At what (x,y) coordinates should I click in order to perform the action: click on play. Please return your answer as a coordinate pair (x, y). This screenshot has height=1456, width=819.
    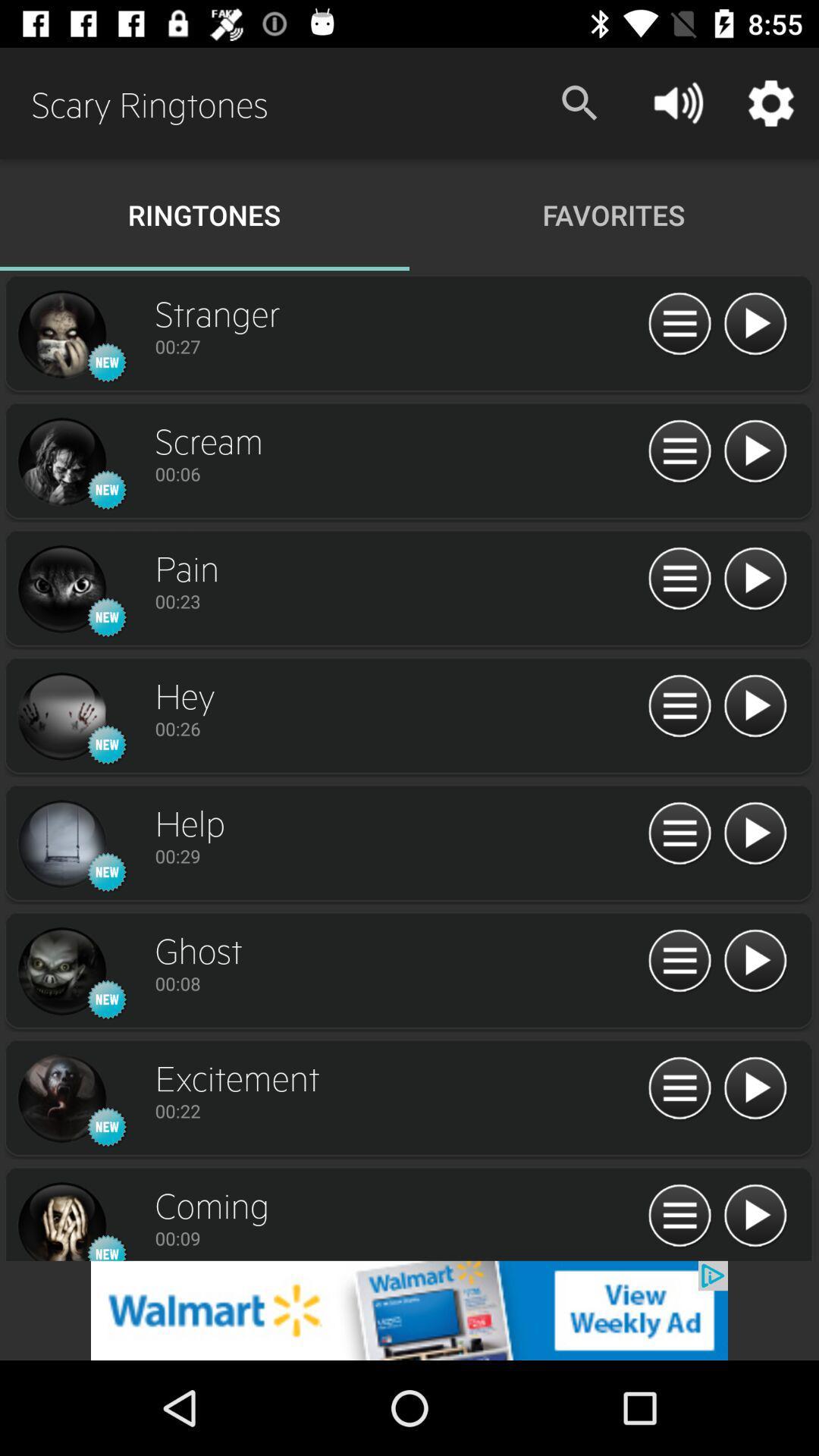
    Looking at the image, I should click on (755, 1088).